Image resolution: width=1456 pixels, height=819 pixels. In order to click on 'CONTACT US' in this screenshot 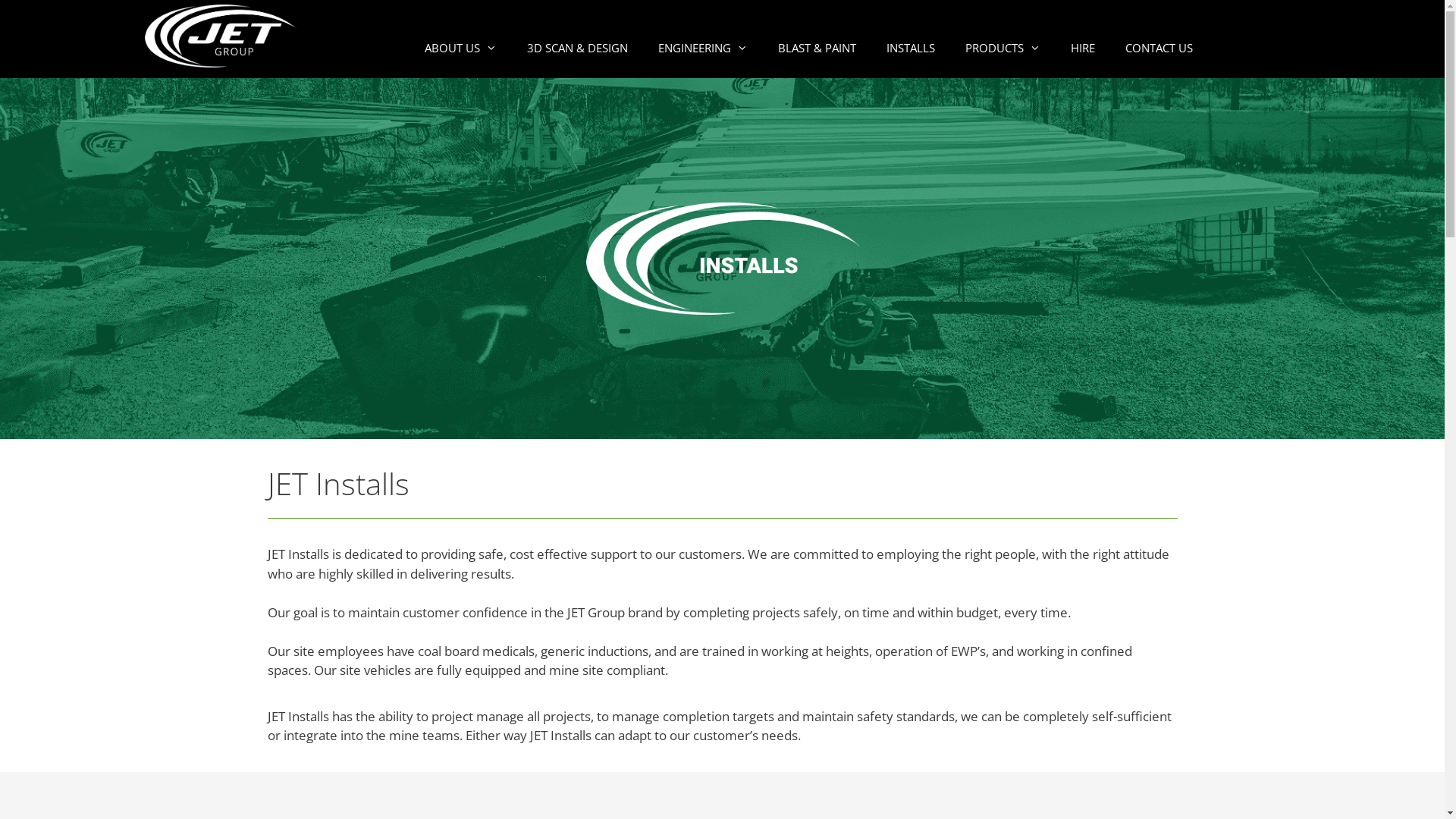, I will do `click(1158, 46)`.